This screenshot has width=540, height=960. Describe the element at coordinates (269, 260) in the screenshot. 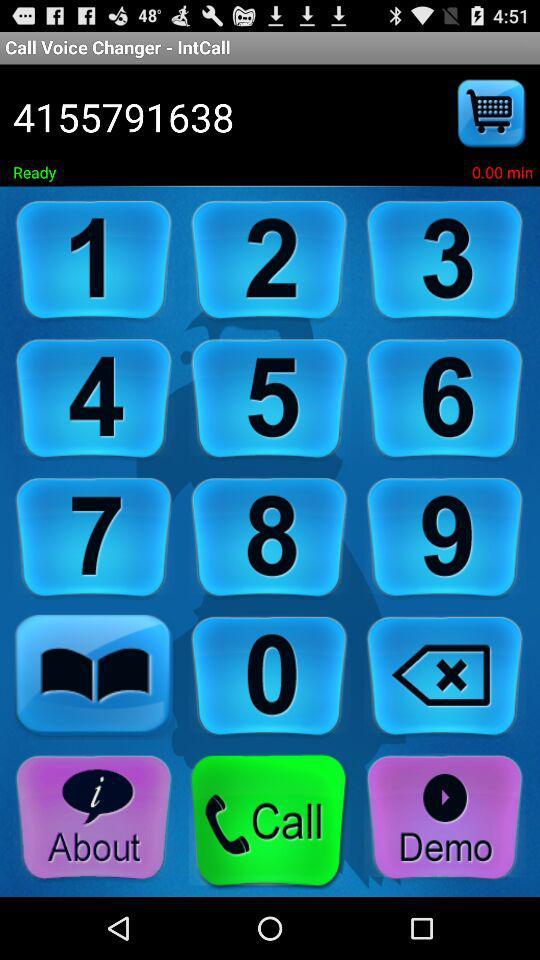

I see `number 2` at that location.